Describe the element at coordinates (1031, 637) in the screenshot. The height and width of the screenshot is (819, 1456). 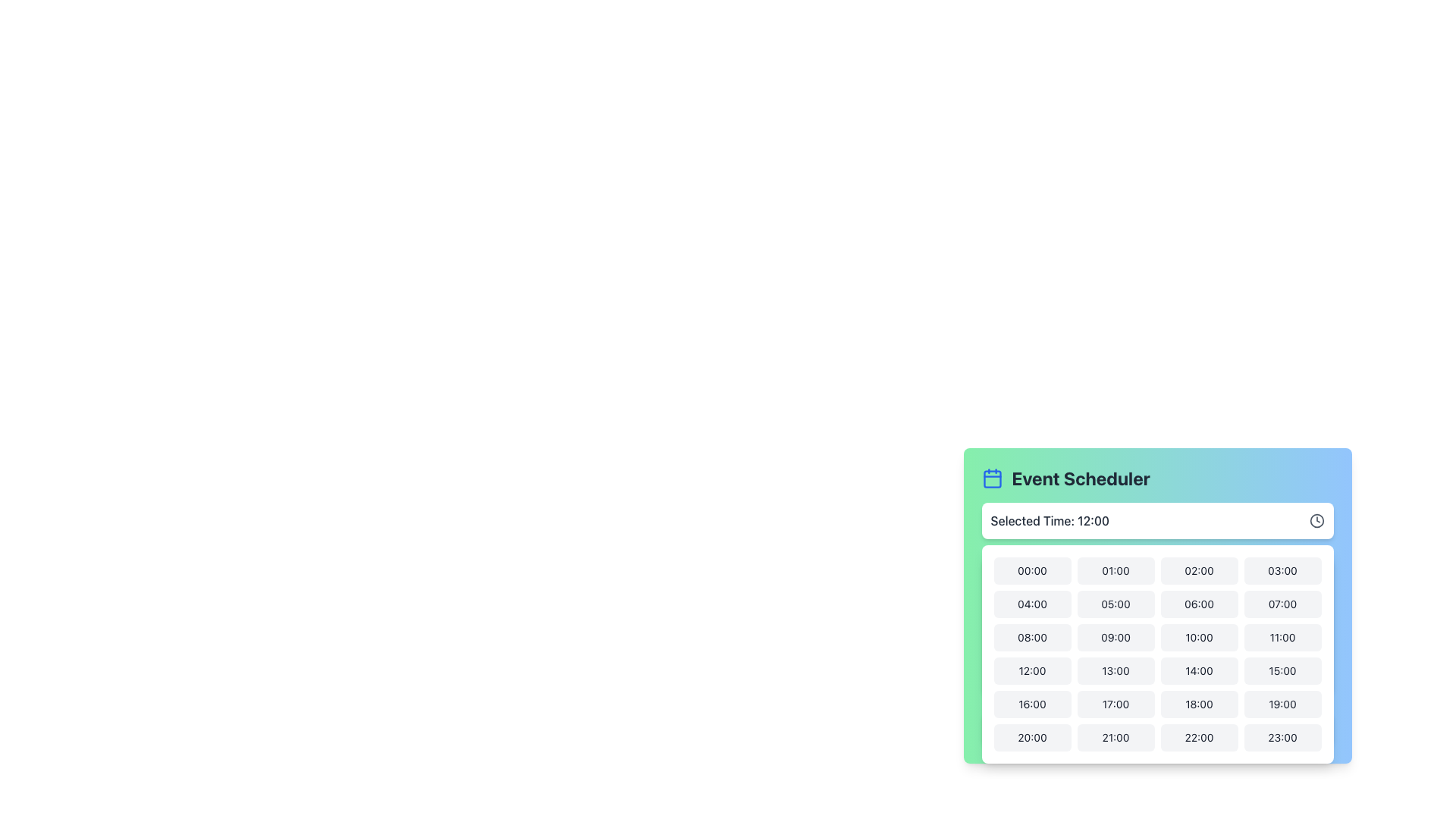
I see `the '08:00' time slot button located in the third row and first column of the time selection grid` at that location.